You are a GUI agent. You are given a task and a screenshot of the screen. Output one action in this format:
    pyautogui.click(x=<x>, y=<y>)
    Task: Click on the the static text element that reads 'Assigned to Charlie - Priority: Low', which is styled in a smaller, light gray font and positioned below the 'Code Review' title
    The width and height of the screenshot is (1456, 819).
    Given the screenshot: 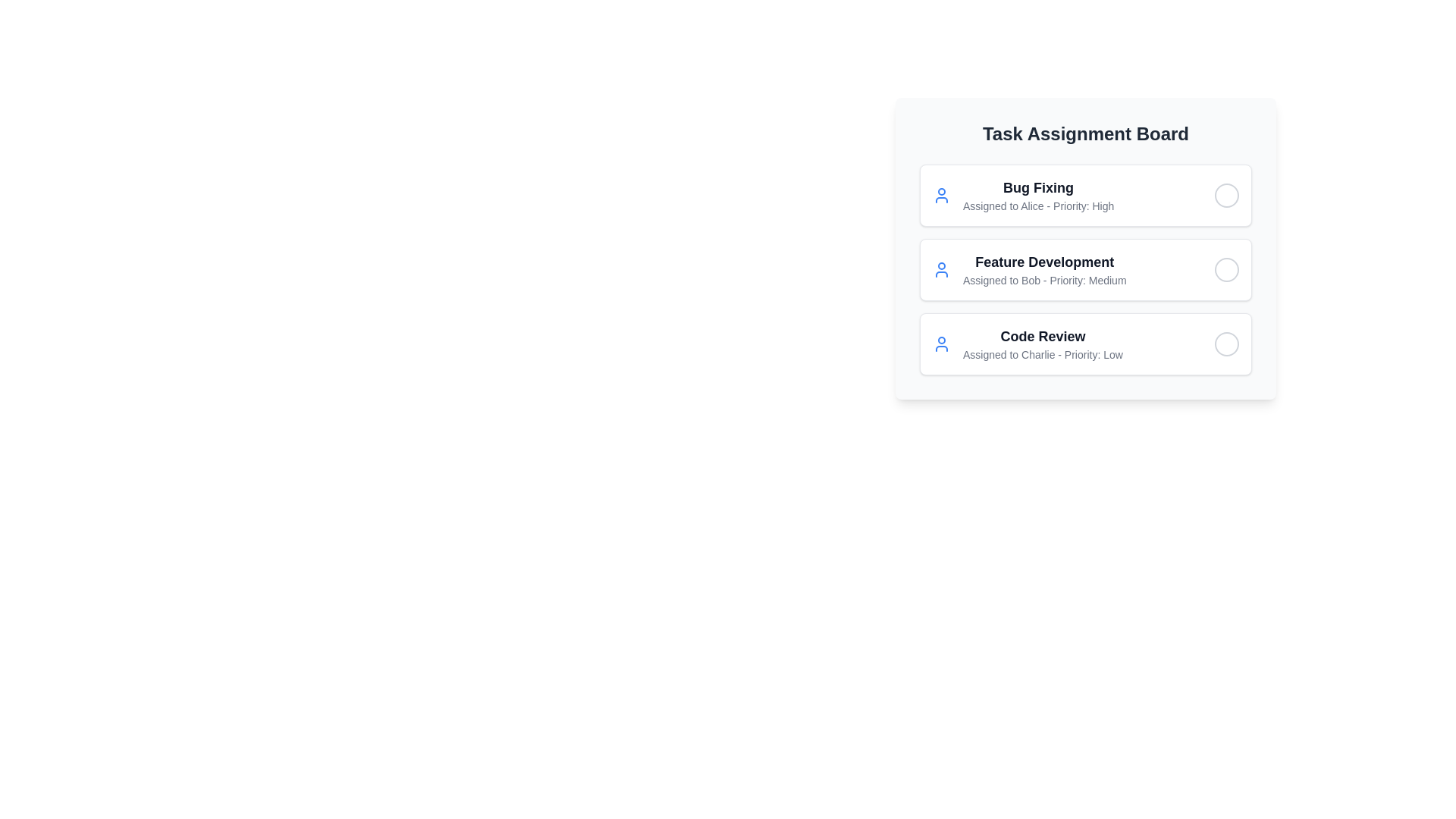 What is the action you would take?
    pyautogui.click(x=1042, y=354)
    